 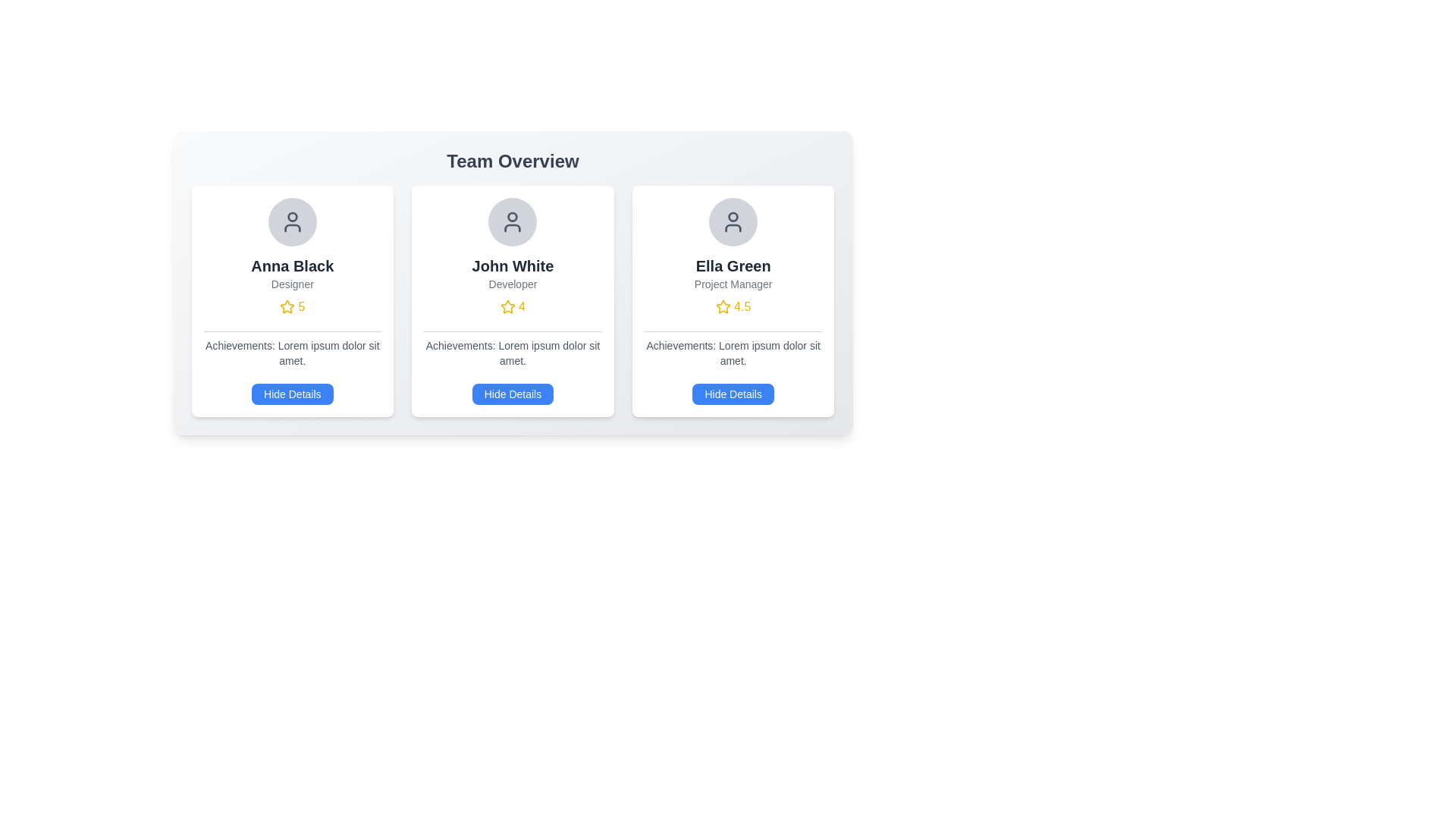 What do you see at coordinates (513, 350) in the screenshot?
I see `the 'Achievements:' text label, which is styled with a small font size in light gray color and is located on the middle card above the 'Hide Details' button` at bounding box center [513, 350].